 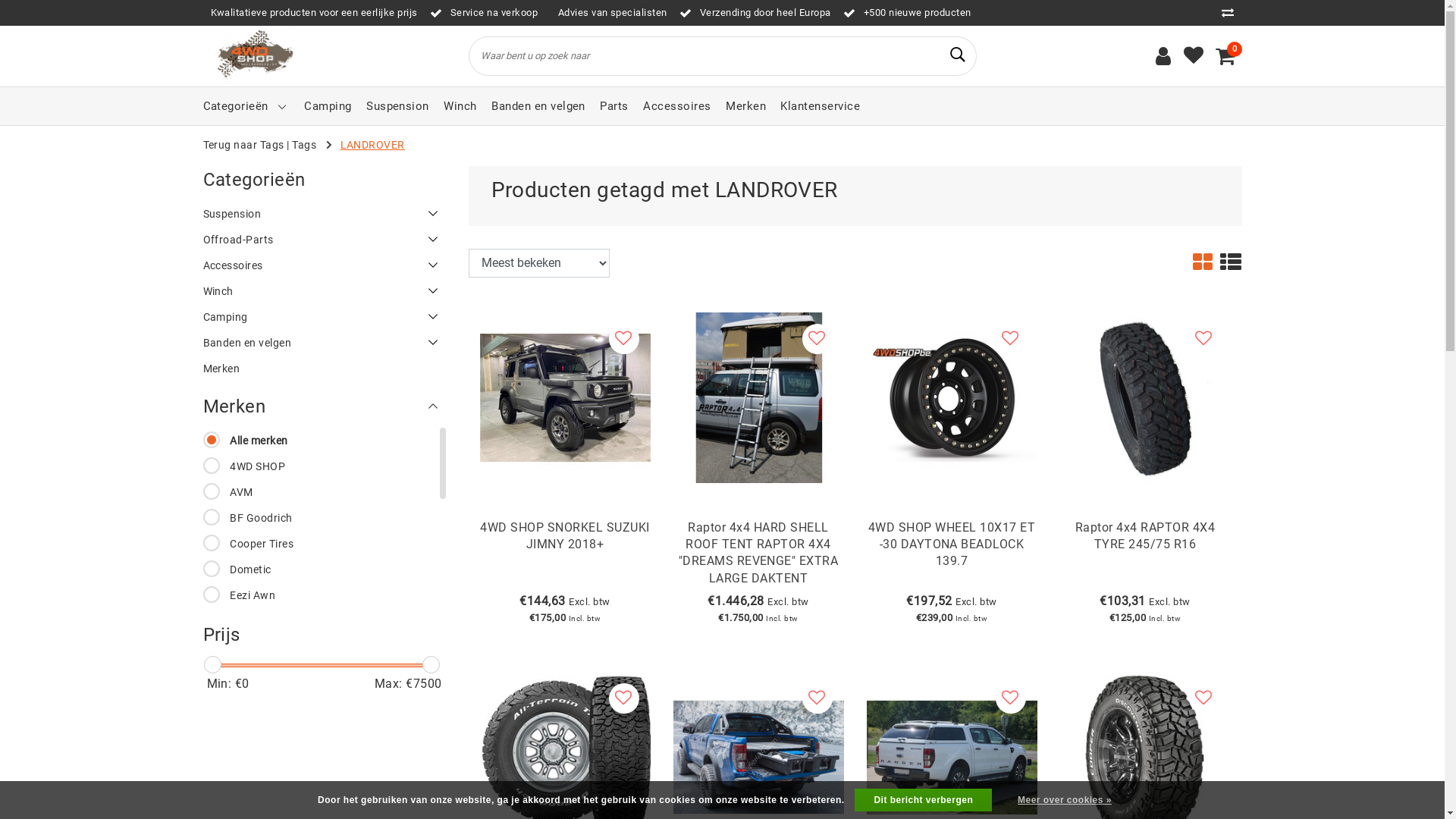 What do you see at coordinates (780, 105) in the screenshot?
I see `'Klantenservice'` at bounding box center [780, 105].